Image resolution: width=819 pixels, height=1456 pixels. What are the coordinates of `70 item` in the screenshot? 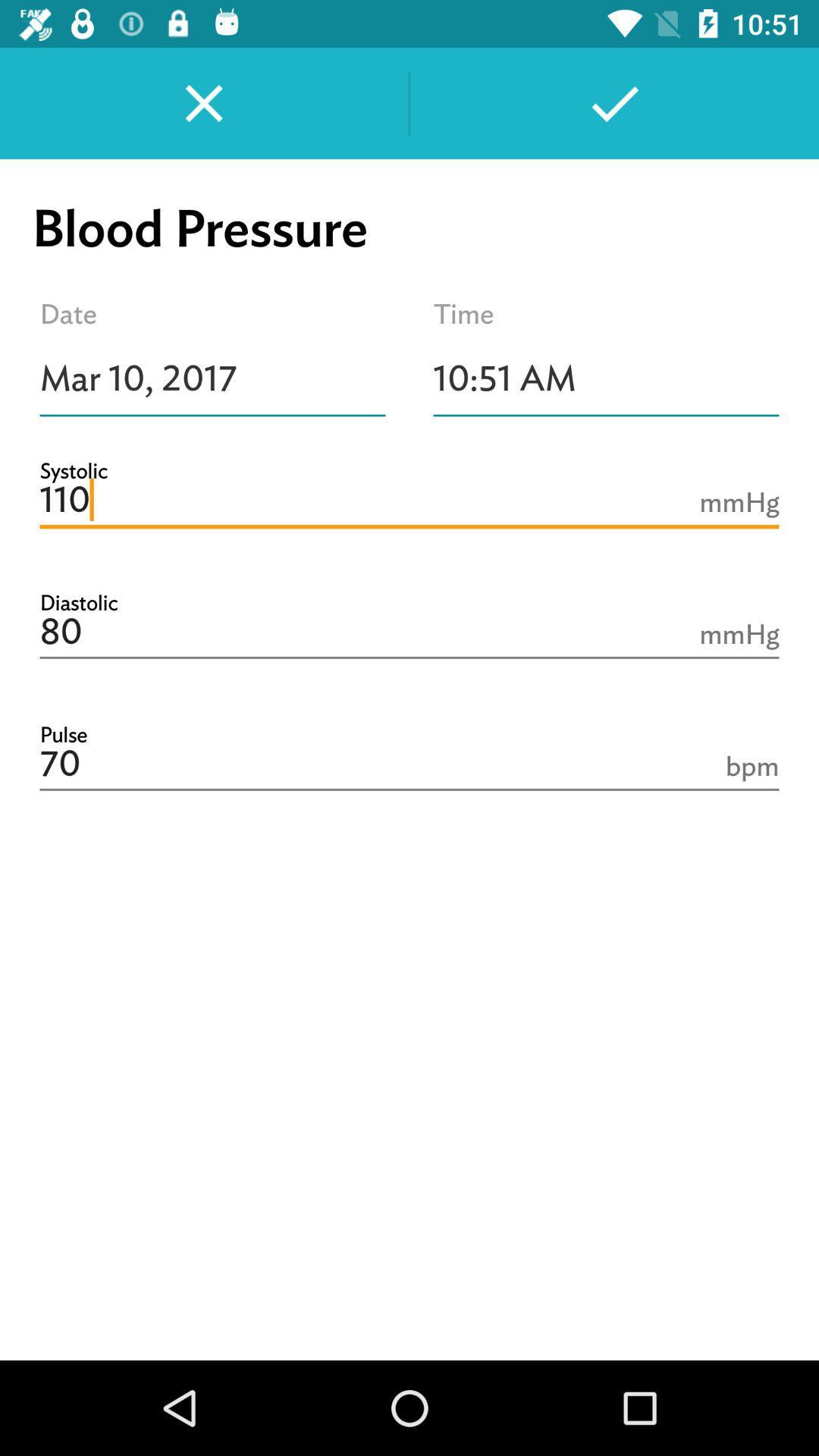 It's located at (409, 764).